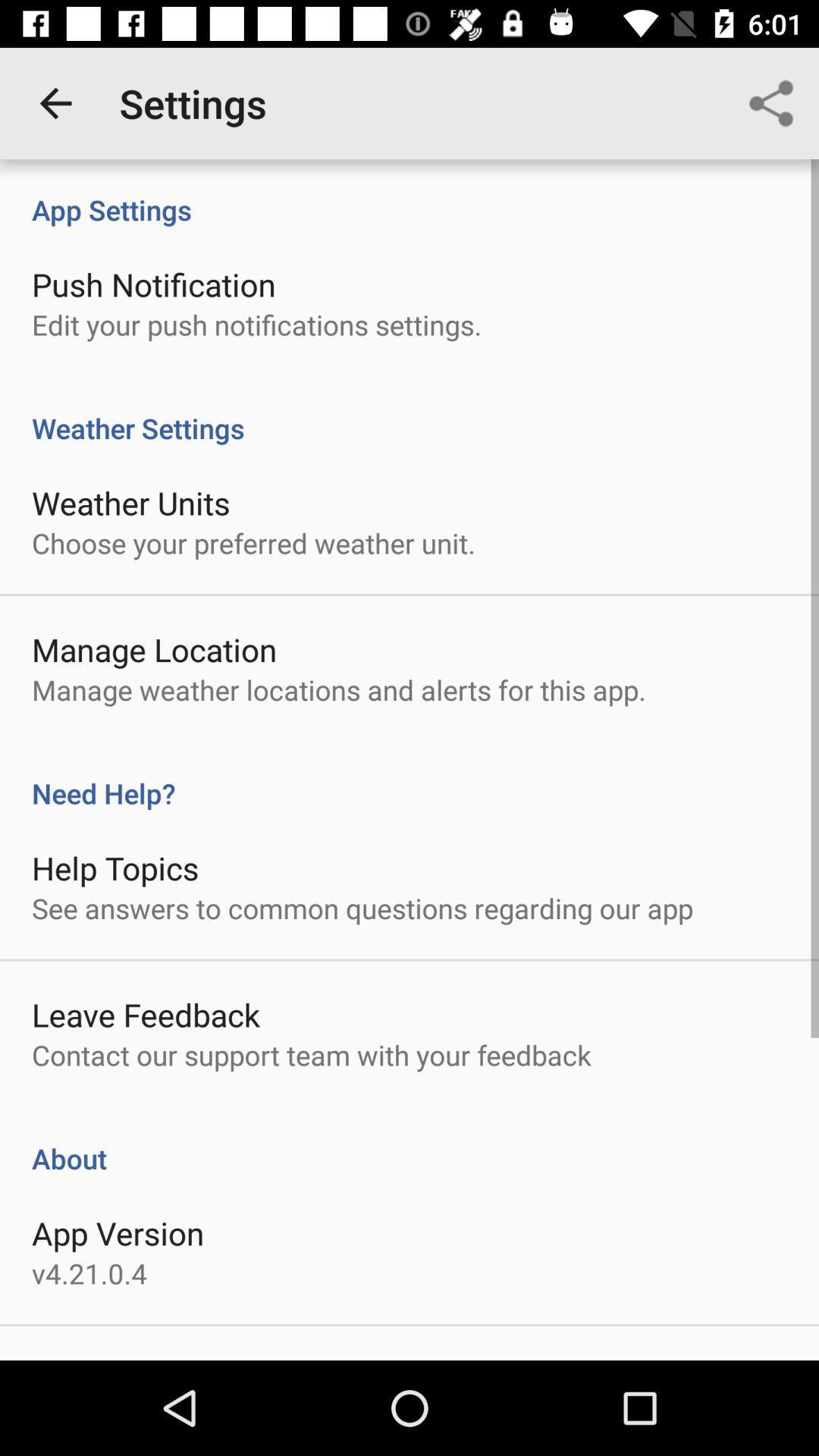  What do you see at coordinates (771, 102) in the screenshot?
I see `the item to the right of the settings` at bounding box center [771, 102].